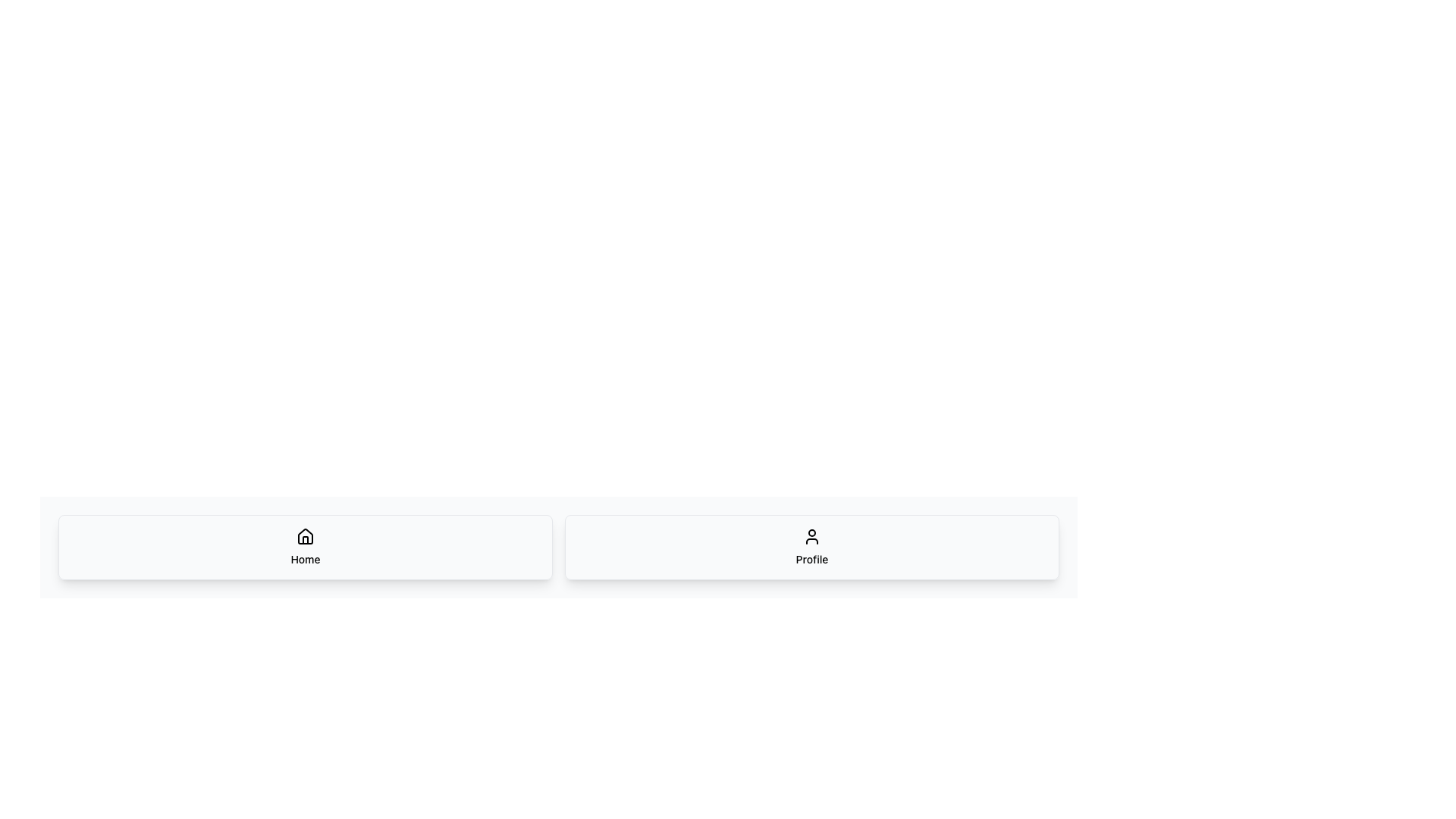 The image size is (1456, 819). I want to click on the decorative vector graphic subcomponent of the house icon located in the central portion of the house icon, above the 'Home' label, so click(305, 539).